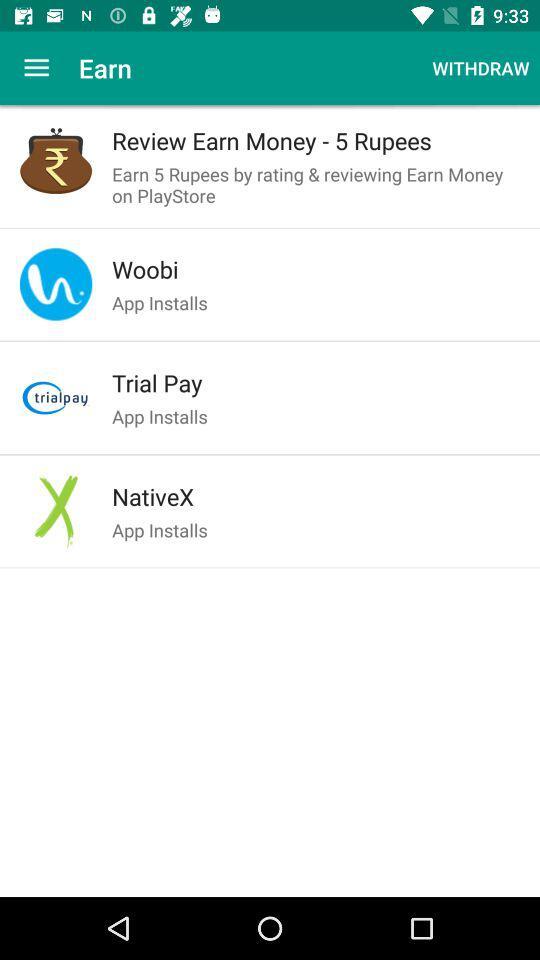 The image size is (540, 960). Describe the element at coordinates (479, 68) in the screenshot. I see `the withdraw item` at that location.